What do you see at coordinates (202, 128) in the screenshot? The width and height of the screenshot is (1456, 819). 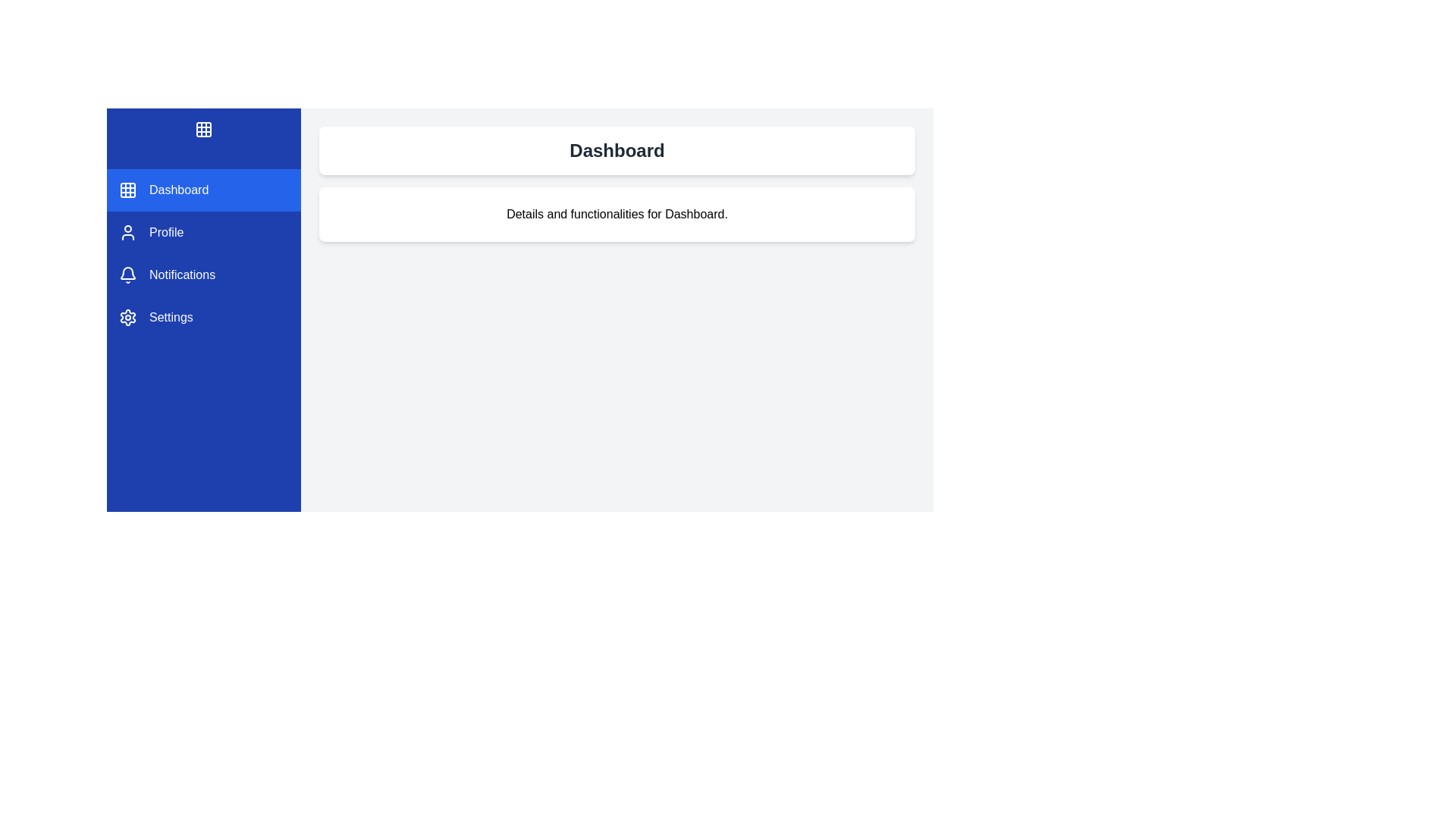 I see `the SVG-based graphical icon representing a menu or grid toggle located at the top-left corner of the navigation panel, above the 'Dashboard' menu item` at bounding box center [202, 128].